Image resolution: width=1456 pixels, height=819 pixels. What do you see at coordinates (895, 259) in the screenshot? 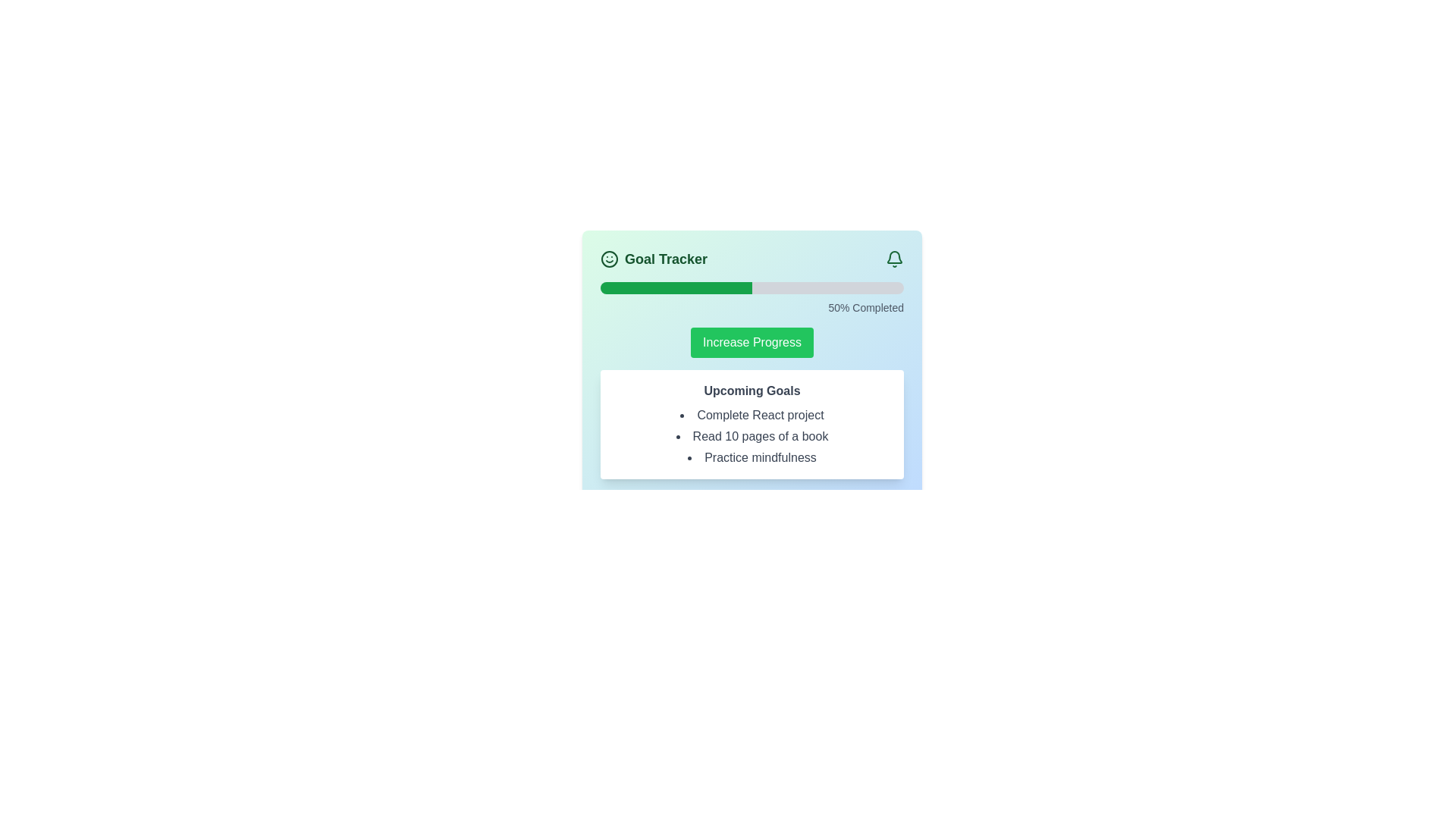
I see `the notification icon in the 'Goal Tracker' title bar` at bounding box center [895, 259].